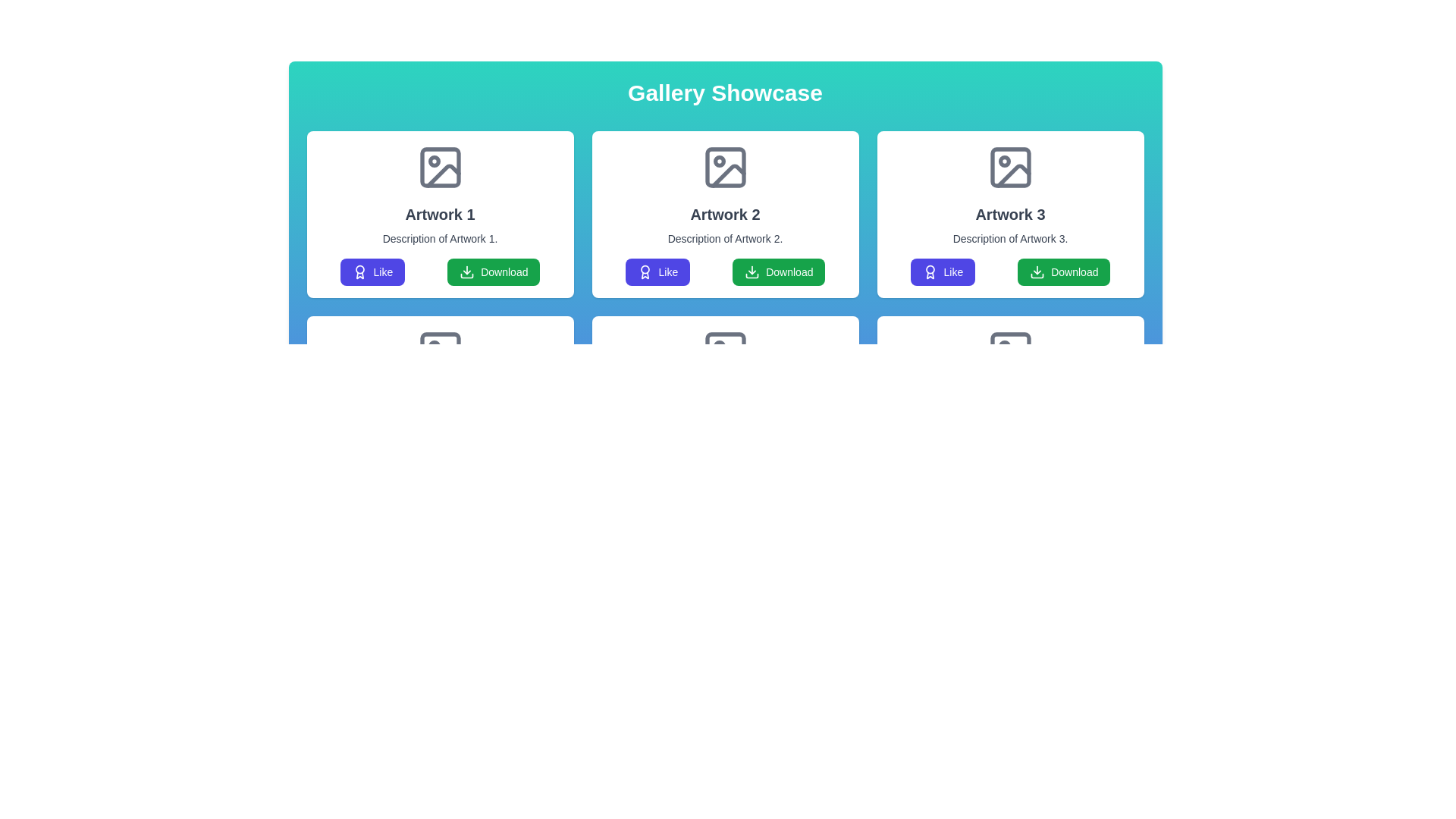 Image resolution: width=1456 pixels, height=819 pixels. Describe the element at coordinates (1010, 214) in the screenshot. I see `the static text label that serves as the title or main identifier for the associated artwork, which is located as the second text element in the third card of a grid layout` at that location.